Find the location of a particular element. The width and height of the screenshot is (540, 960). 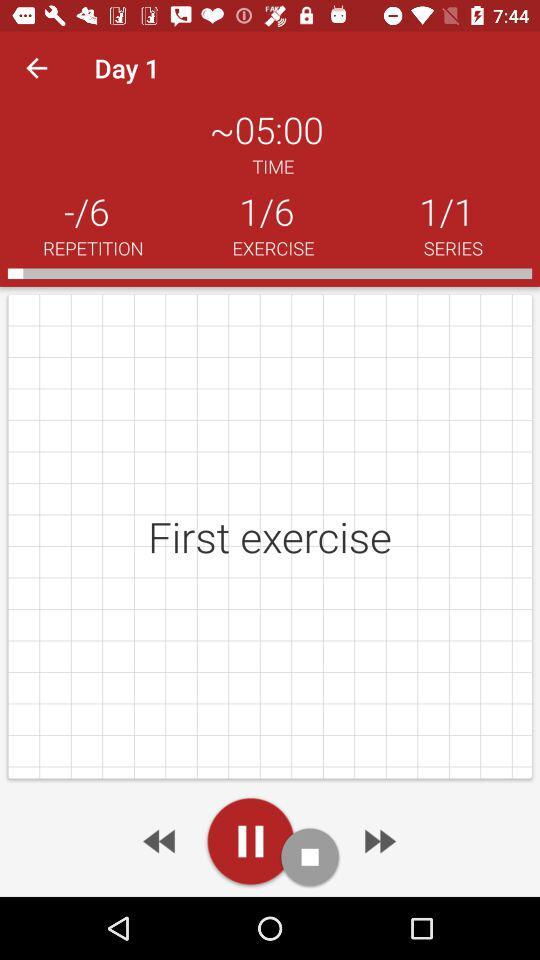

fast forward is located at coordinates (378, 840).